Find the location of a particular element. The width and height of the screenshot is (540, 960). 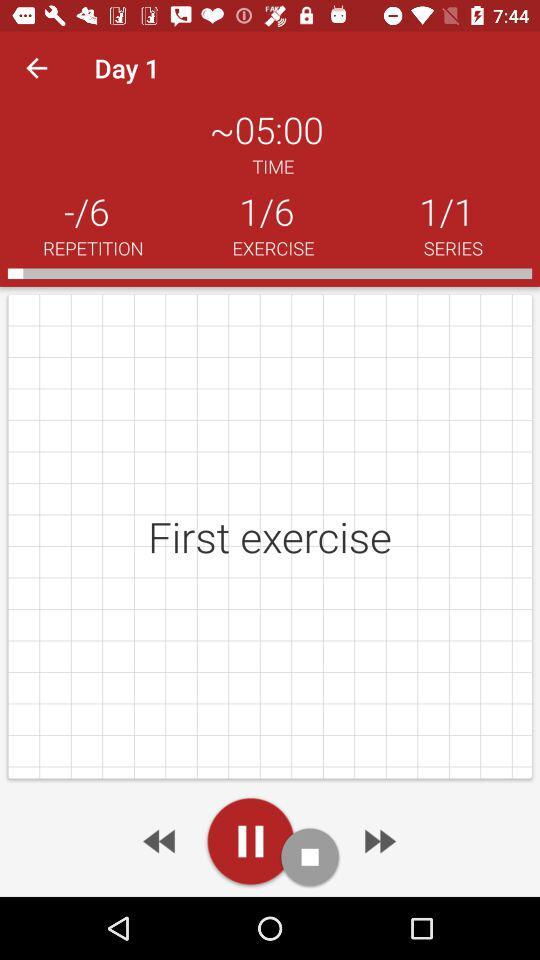

fast forward is located at coordinates (378, 840).